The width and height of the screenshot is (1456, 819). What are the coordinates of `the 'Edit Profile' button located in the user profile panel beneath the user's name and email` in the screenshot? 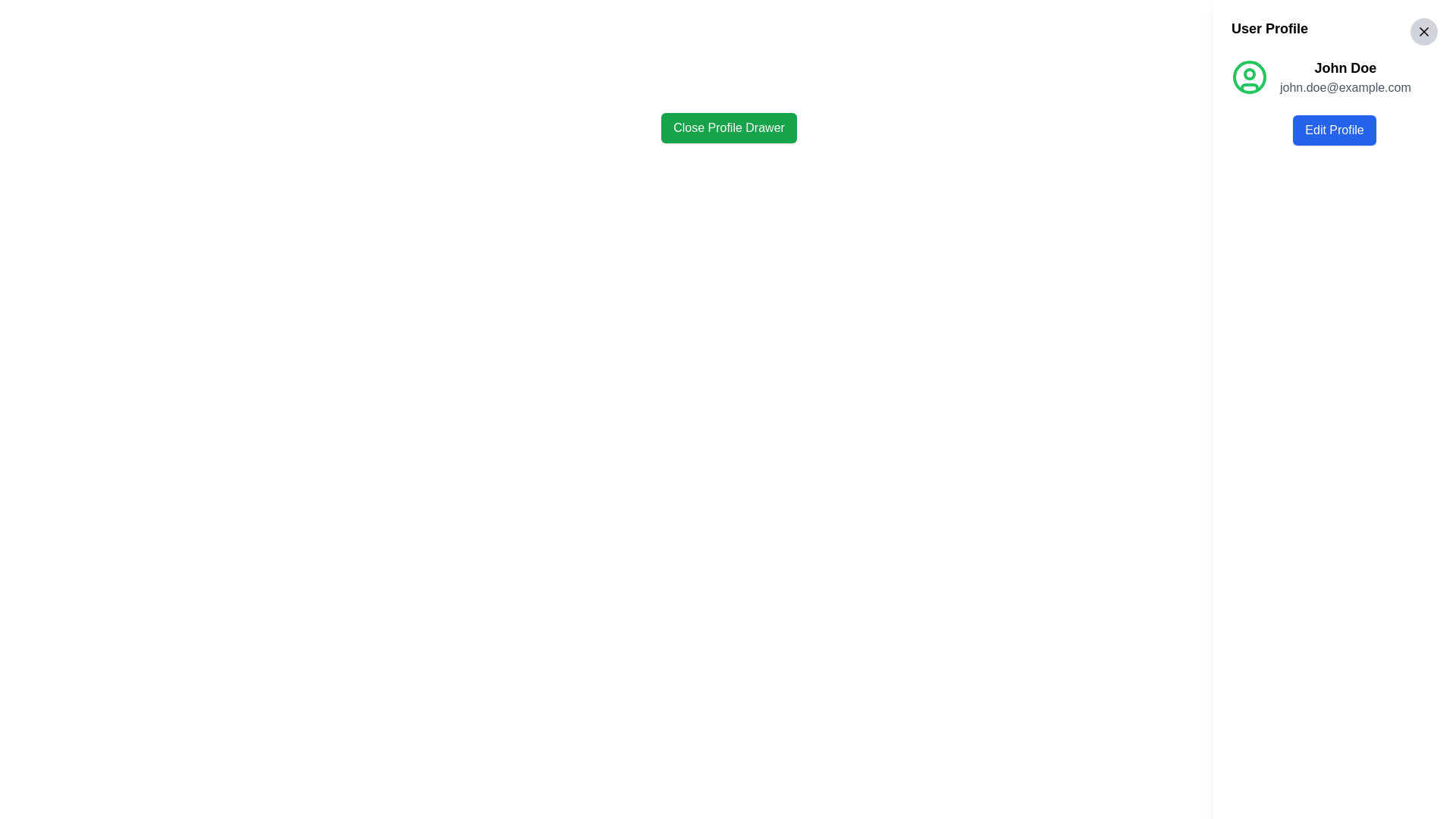 It's located at (1335, 130).